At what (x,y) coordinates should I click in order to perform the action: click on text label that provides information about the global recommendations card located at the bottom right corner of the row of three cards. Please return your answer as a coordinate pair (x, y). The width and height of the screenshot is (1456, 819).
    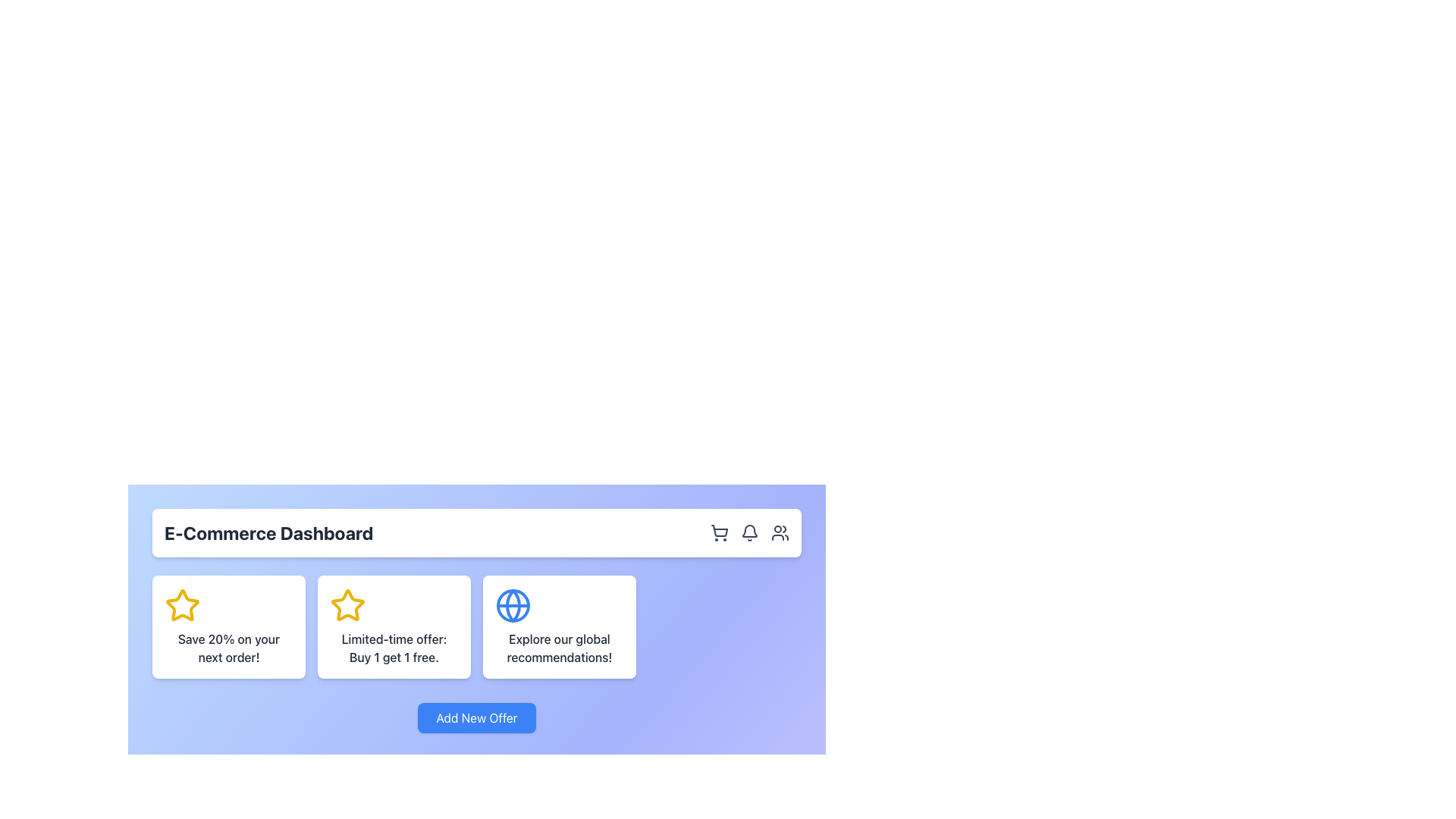
    Looking at the image, I should click on (559, 648).